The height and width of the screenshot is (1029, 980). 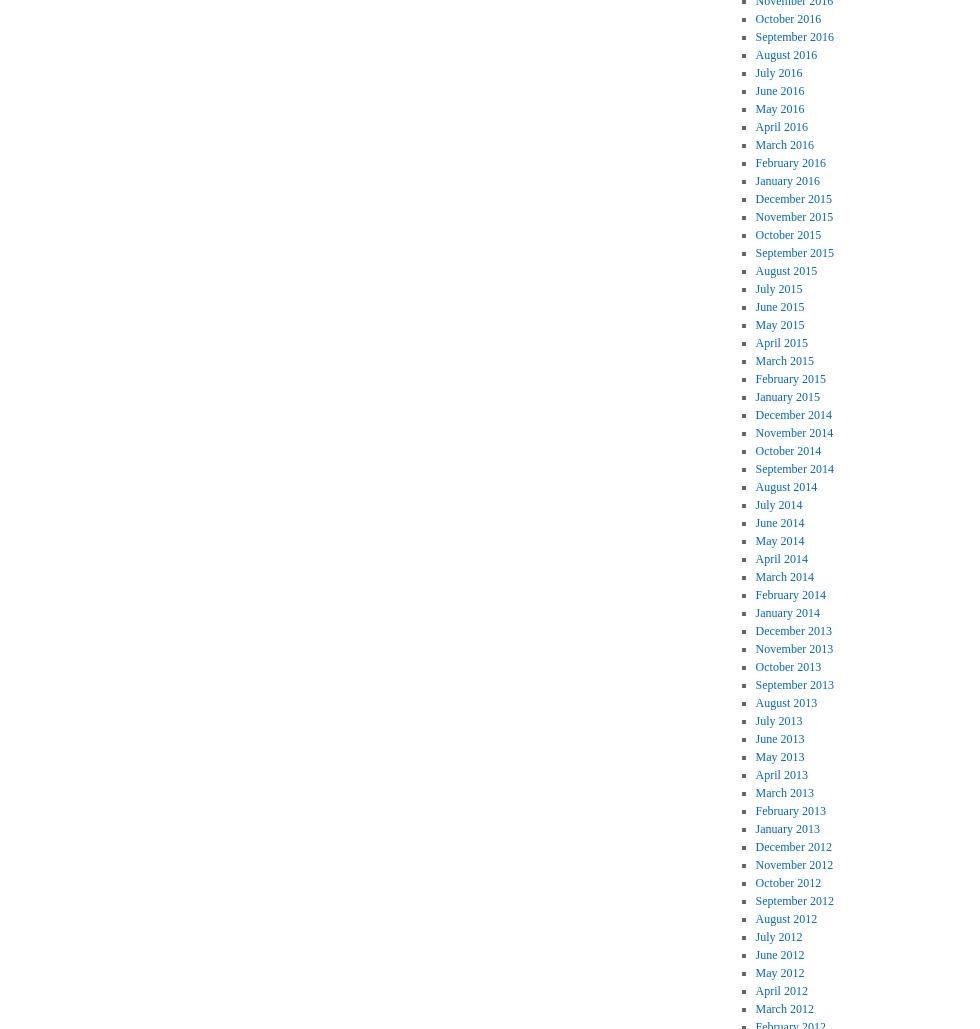 What do you see at coordinates (789, 377) in the screenshot?
I see `'February 2015'` at bounding box center [789, 377].